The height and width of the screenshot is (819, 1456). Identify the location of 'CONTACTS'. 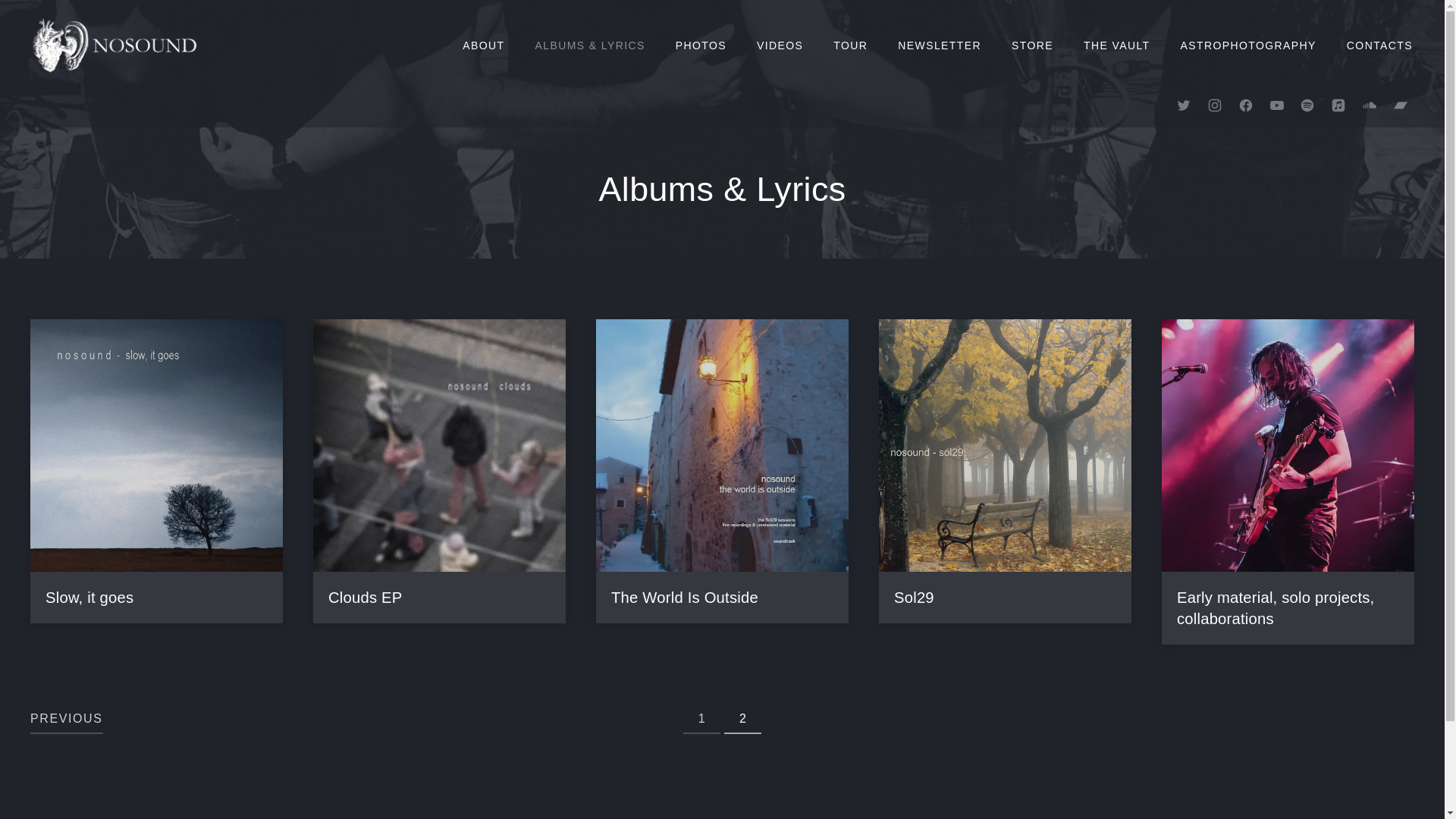
(1331, 45).